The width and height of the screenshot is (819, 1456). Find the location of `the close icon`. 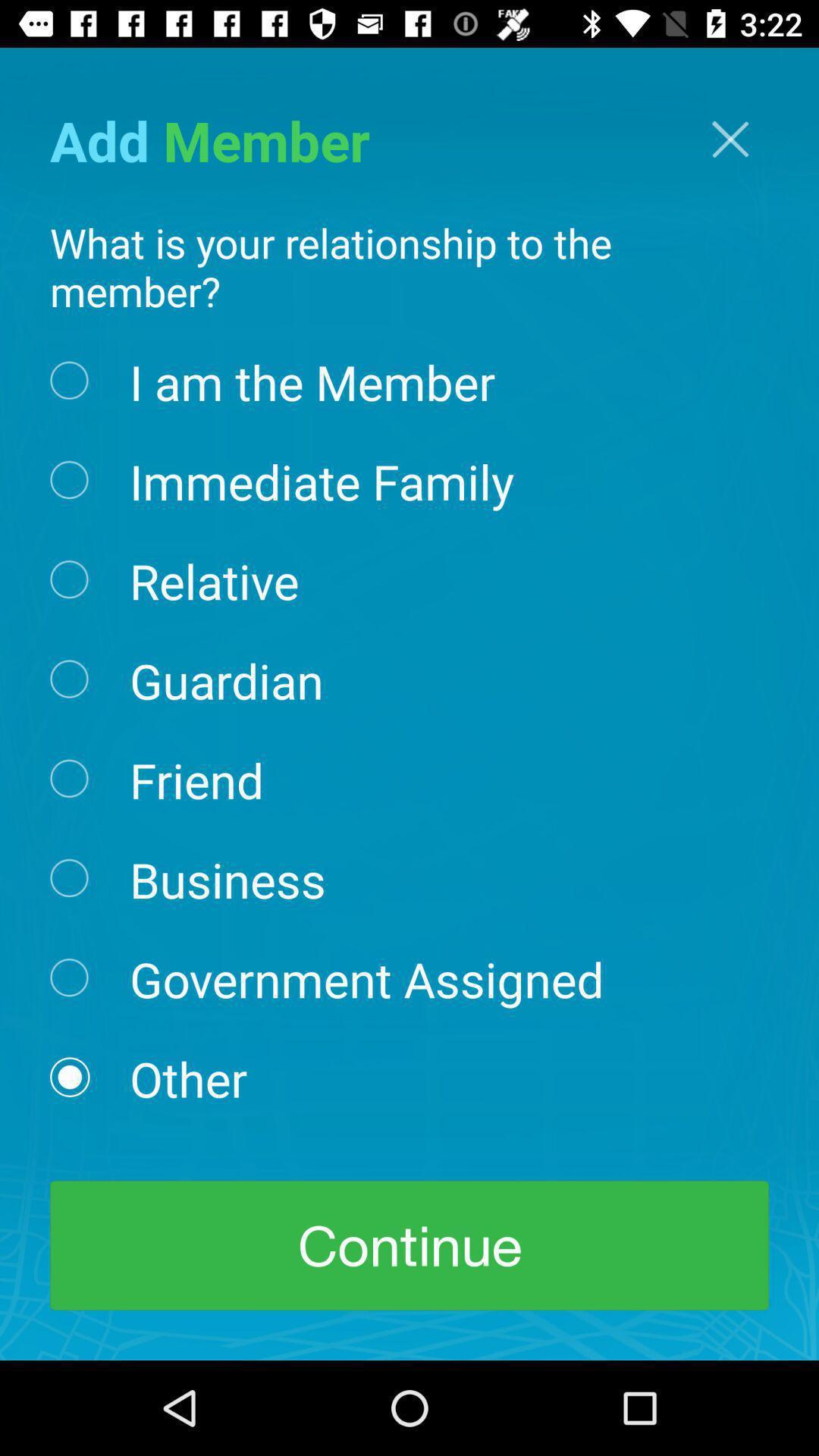

the close icon is located at coordinates (730, 139).